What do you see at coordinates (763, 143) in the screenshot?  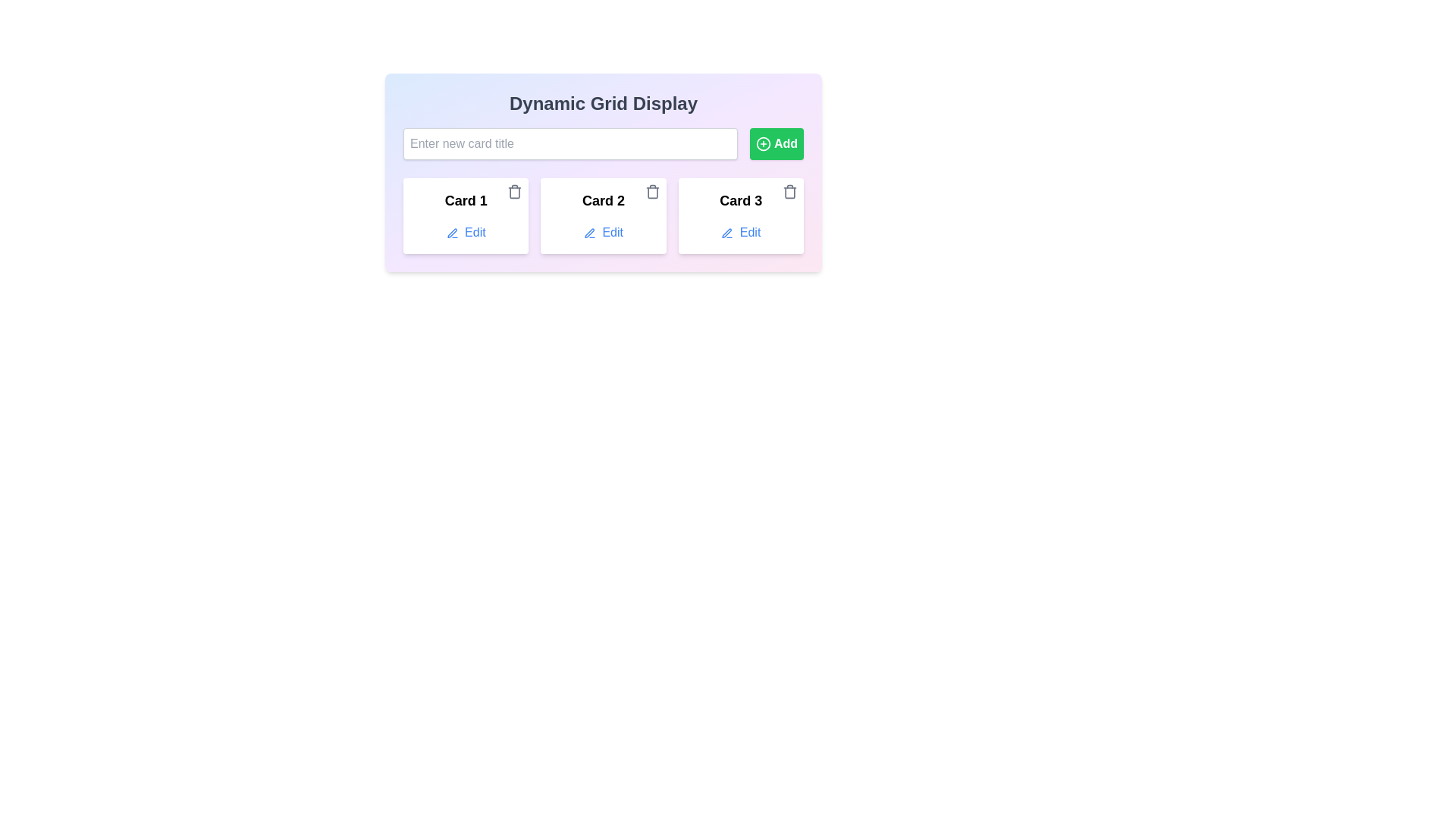 I see `the circular icon with a plus sign in its center, which is` at bounding box center [763, 143].